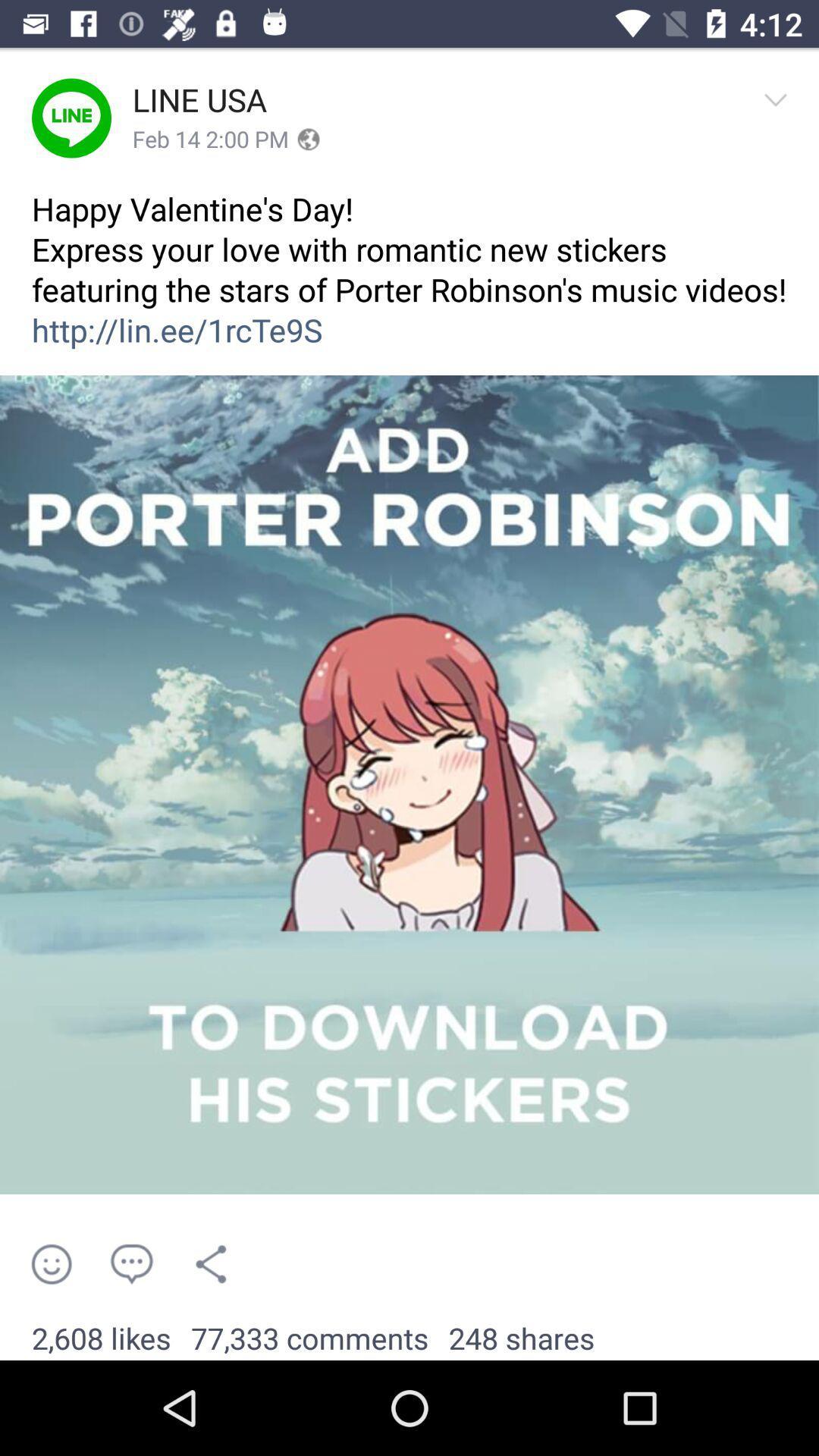 This screenshot has height=1456, width=819. I want to click on icon above the happy valentine s item, so click(780, 117).